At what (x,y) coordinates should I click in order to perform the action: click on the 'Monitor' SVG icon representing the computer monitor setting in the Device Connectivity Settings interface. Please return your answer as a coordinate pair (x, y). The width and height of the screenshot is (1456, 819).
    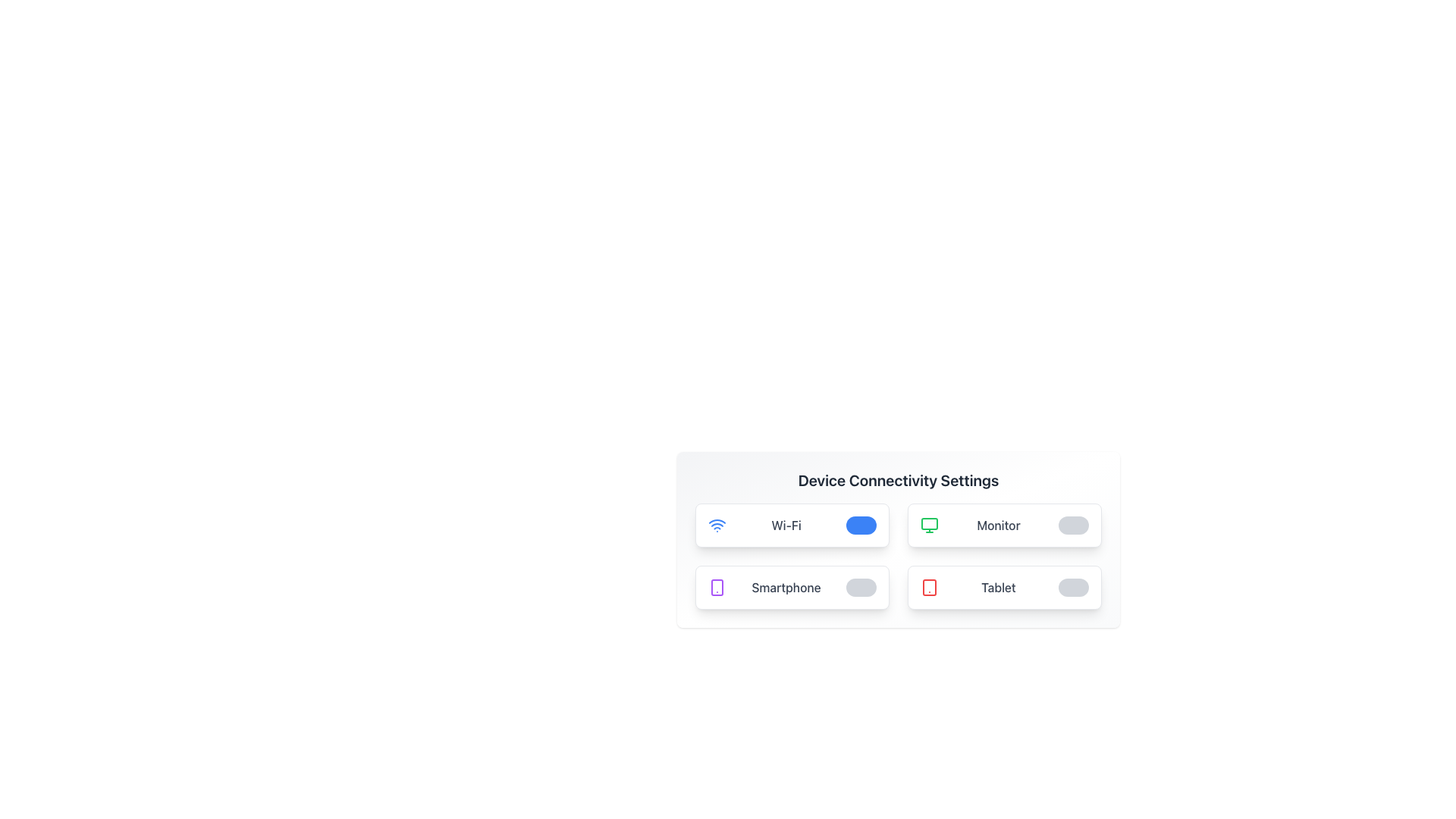
    Looking at the image, I should click on (928, 525).